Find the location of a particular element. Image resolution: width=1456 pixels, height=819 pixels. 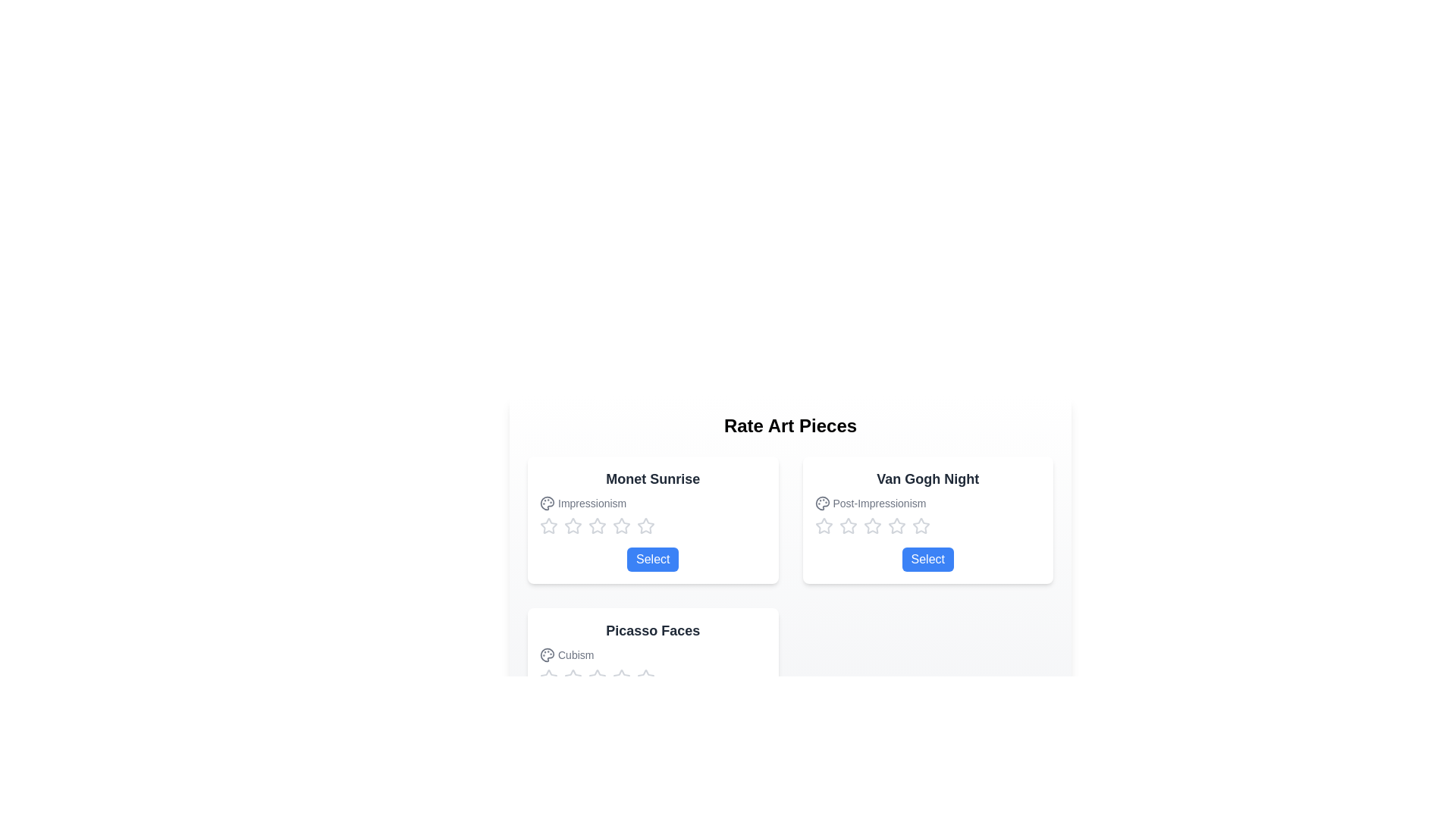

the third star icon in the rating section of the 'Monet Sunrise' card to rate it is located at coordinates (572, 526).